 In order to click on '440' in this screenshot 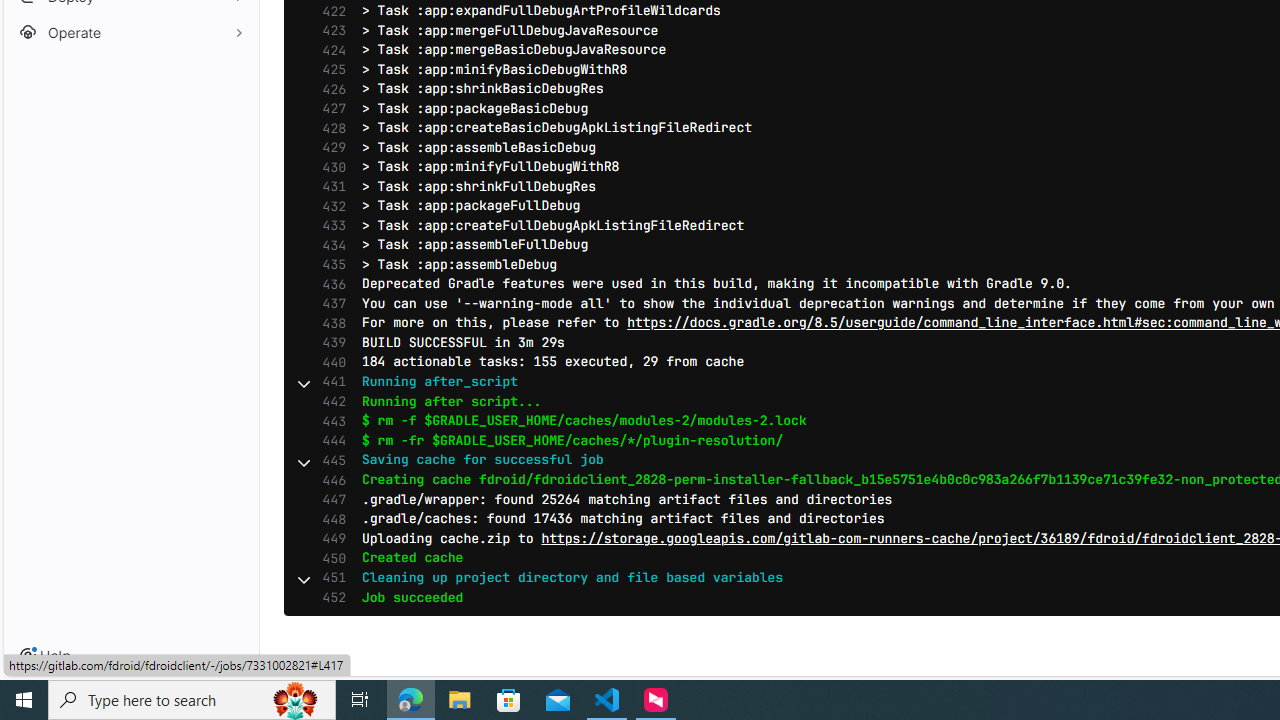, I will do `click(329, 362)`.